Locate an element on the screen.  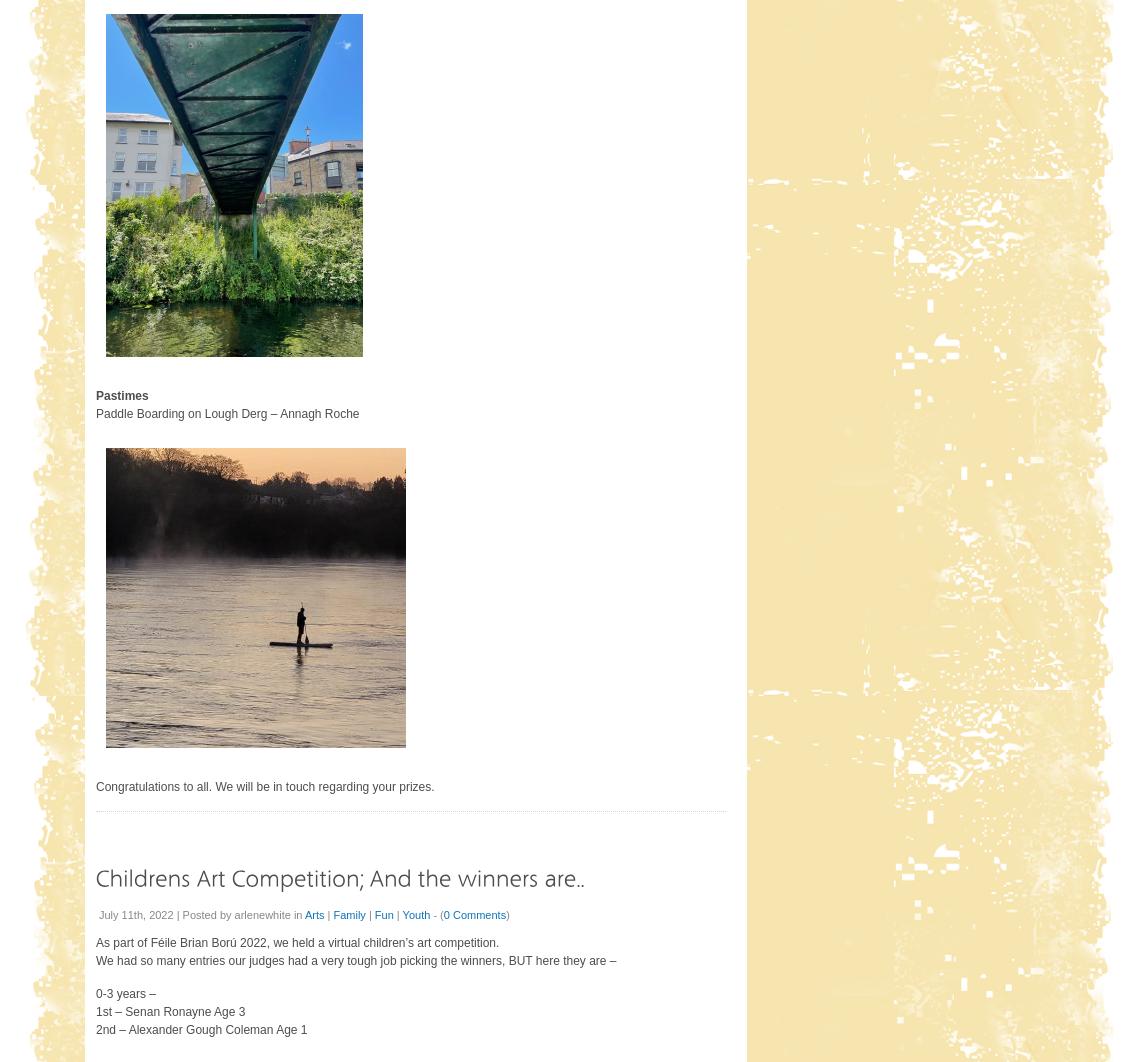
'- (' is located at coordinates (436, 912).